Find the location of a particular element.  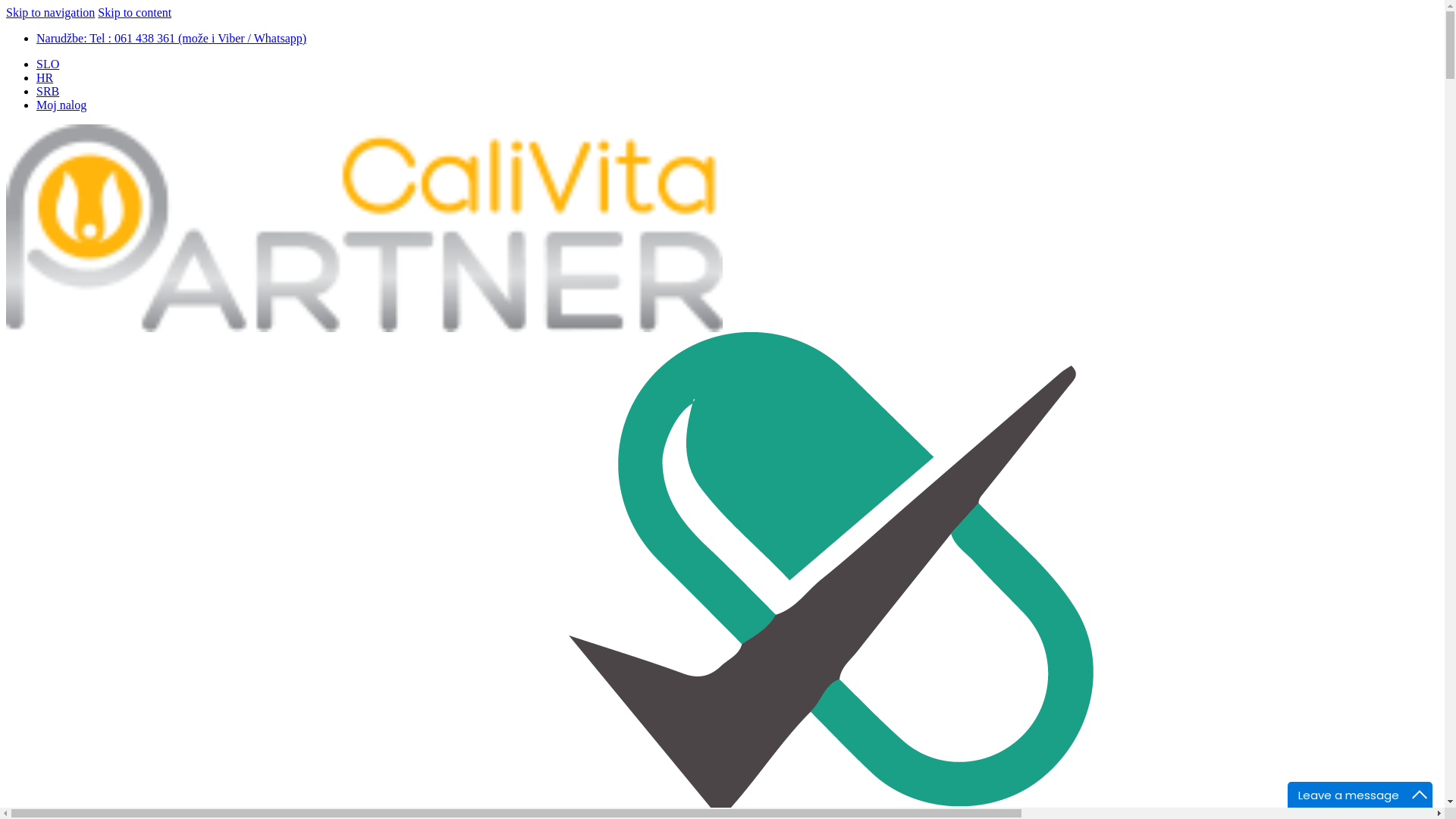

'HR' is located at coordinates (44, 77).